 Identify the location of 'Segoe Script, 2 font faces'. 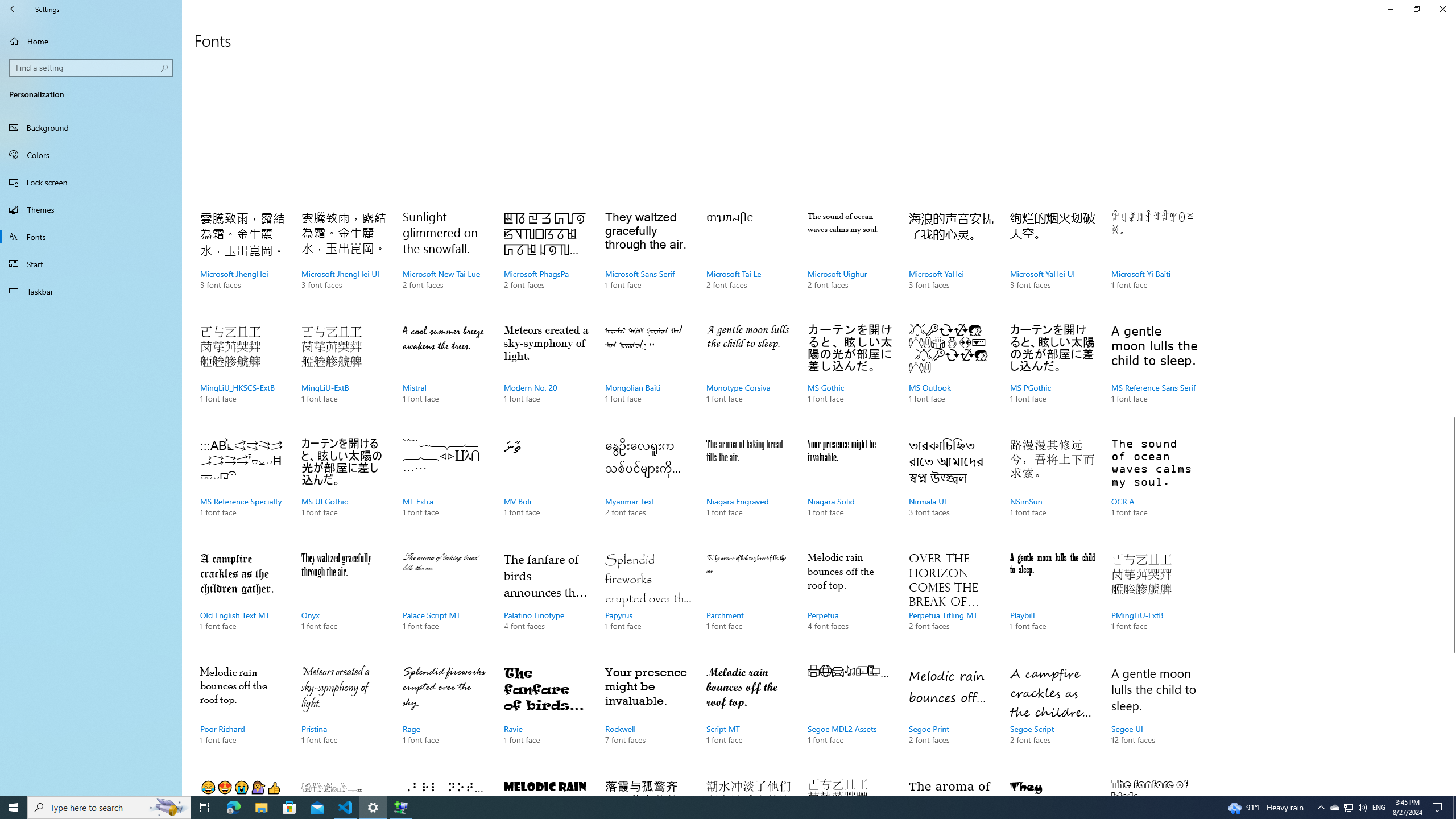
(1052, 717).